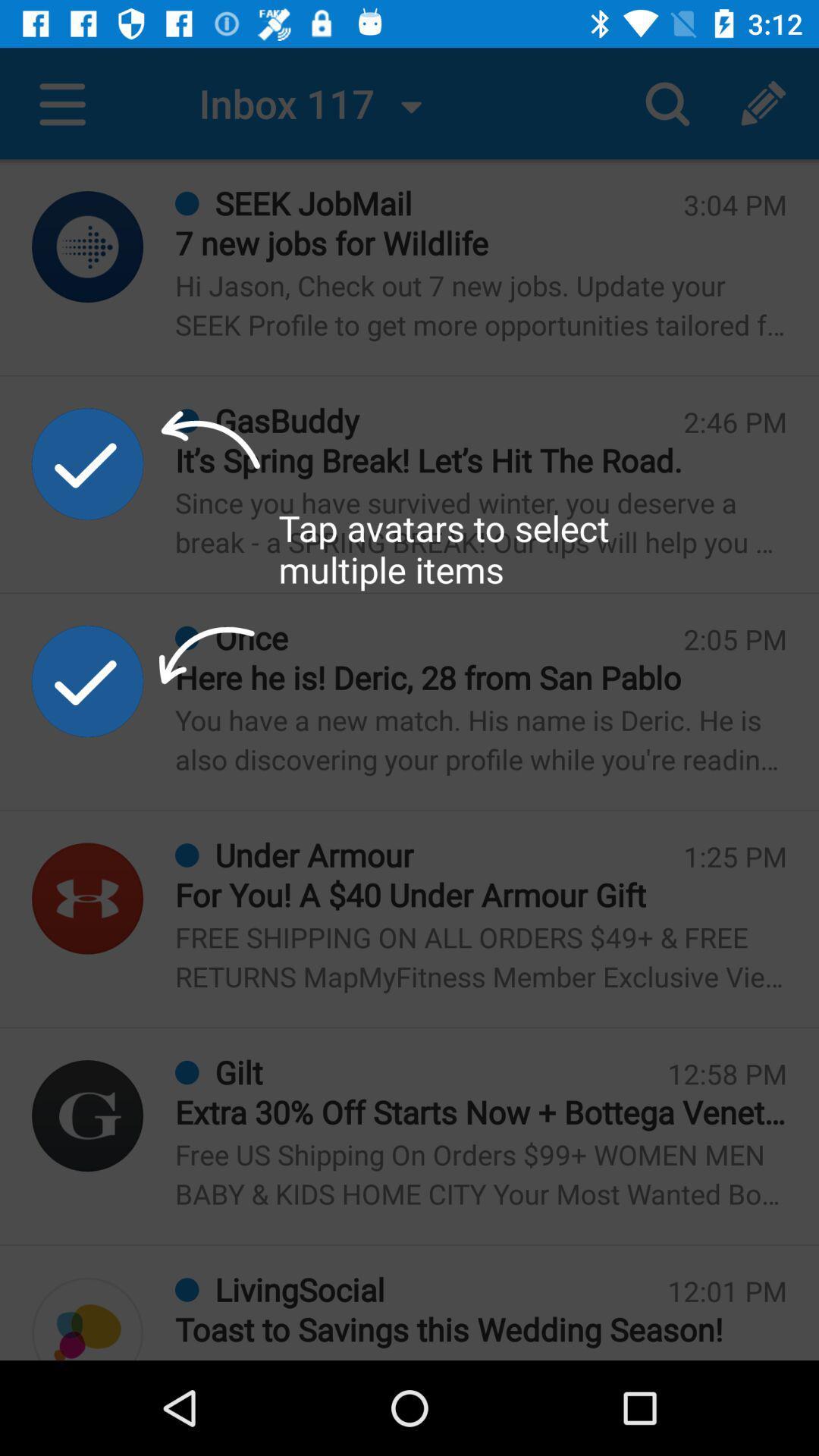  Describe the element at coordinates (87, 463) in the screenshot. I see `the check icon` at that location.